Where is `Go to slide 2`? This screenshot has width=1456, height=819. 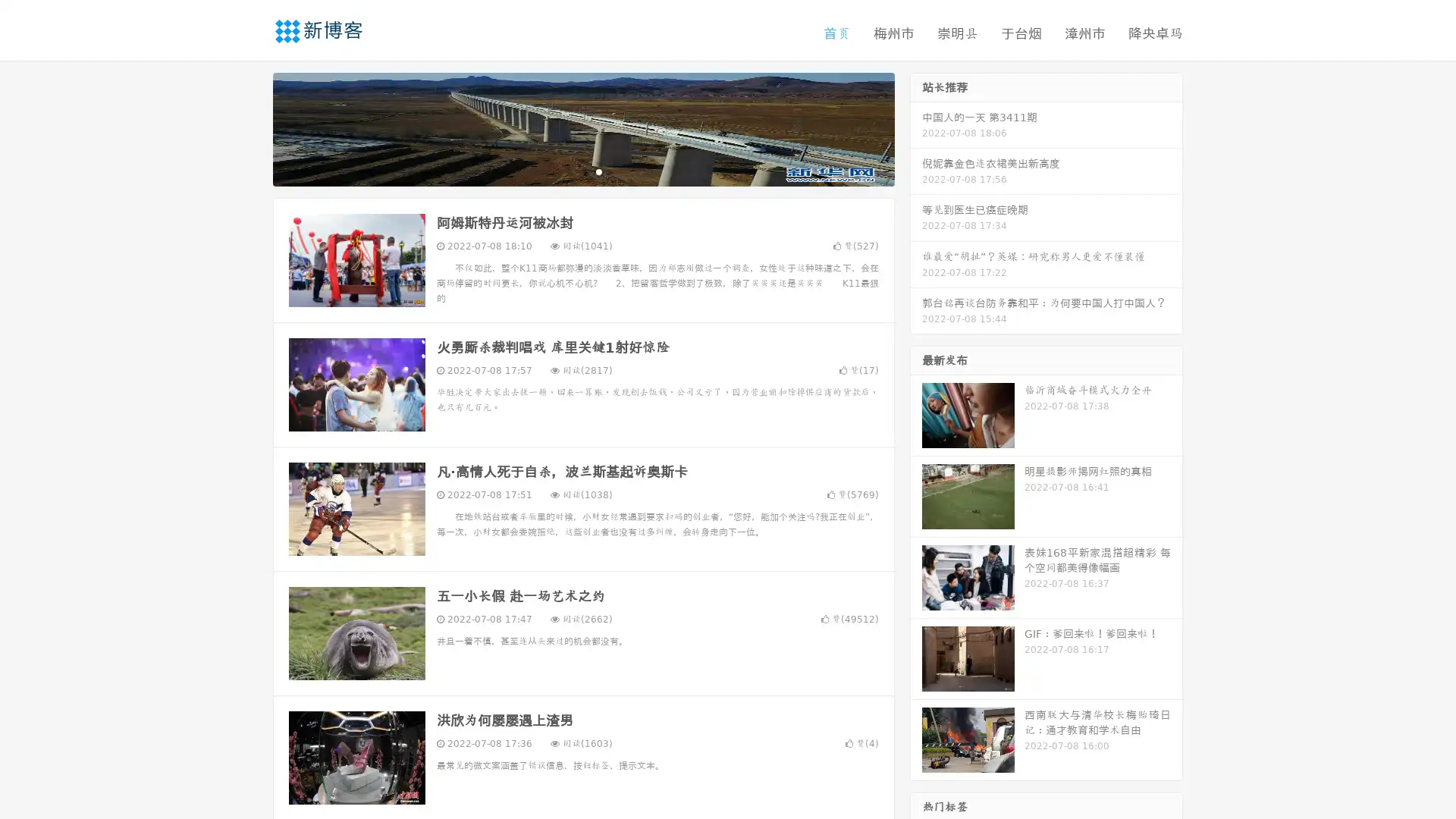 Go to slide 2 is located at coordinates (582, 171).